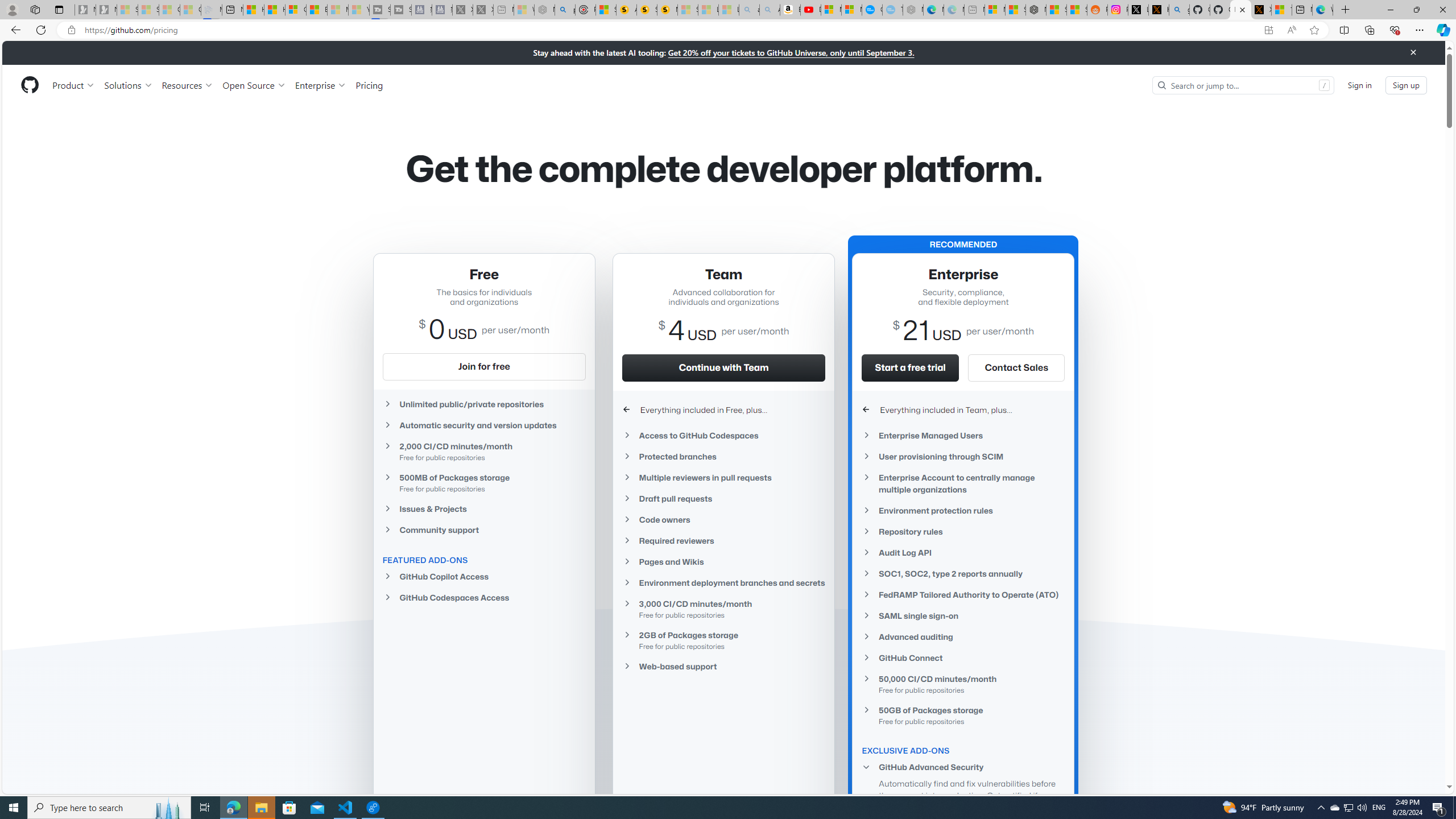 The width and height of the screenshot is (1456, 819). Describe the element at coordinates (963, 573) in the screenshot. I see `'SOC1, SOC2, type 2 reports annually'` at that location.